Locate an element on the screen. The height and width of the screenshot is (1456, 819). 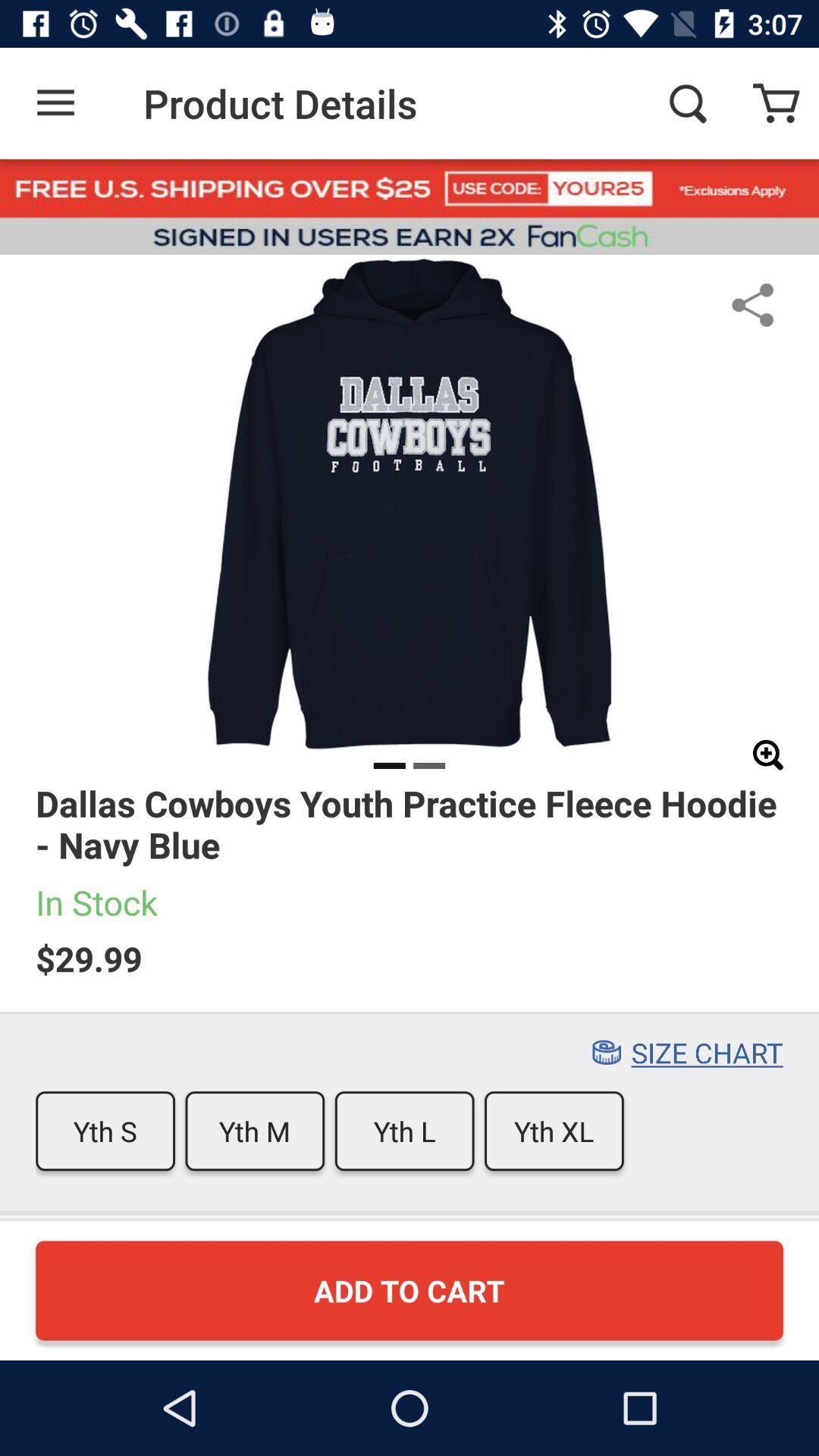
item to the left of yth xl is located at coordinates (403, 1131).